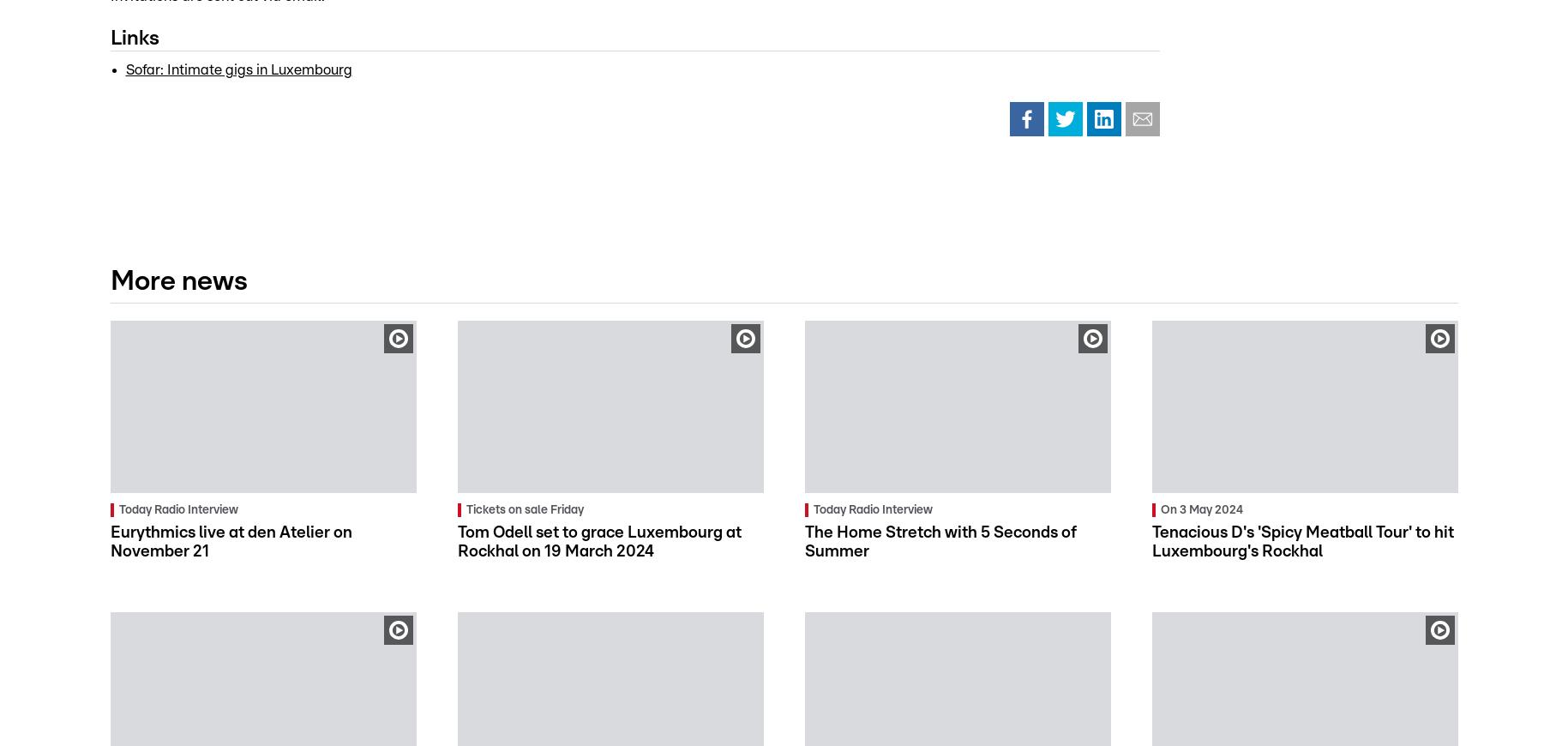 Image resolution: width=1568 pixels, height=746 pixels. Describe the element at coordinates (134, 37) in the screenshot. I see `'Links'` at that location.